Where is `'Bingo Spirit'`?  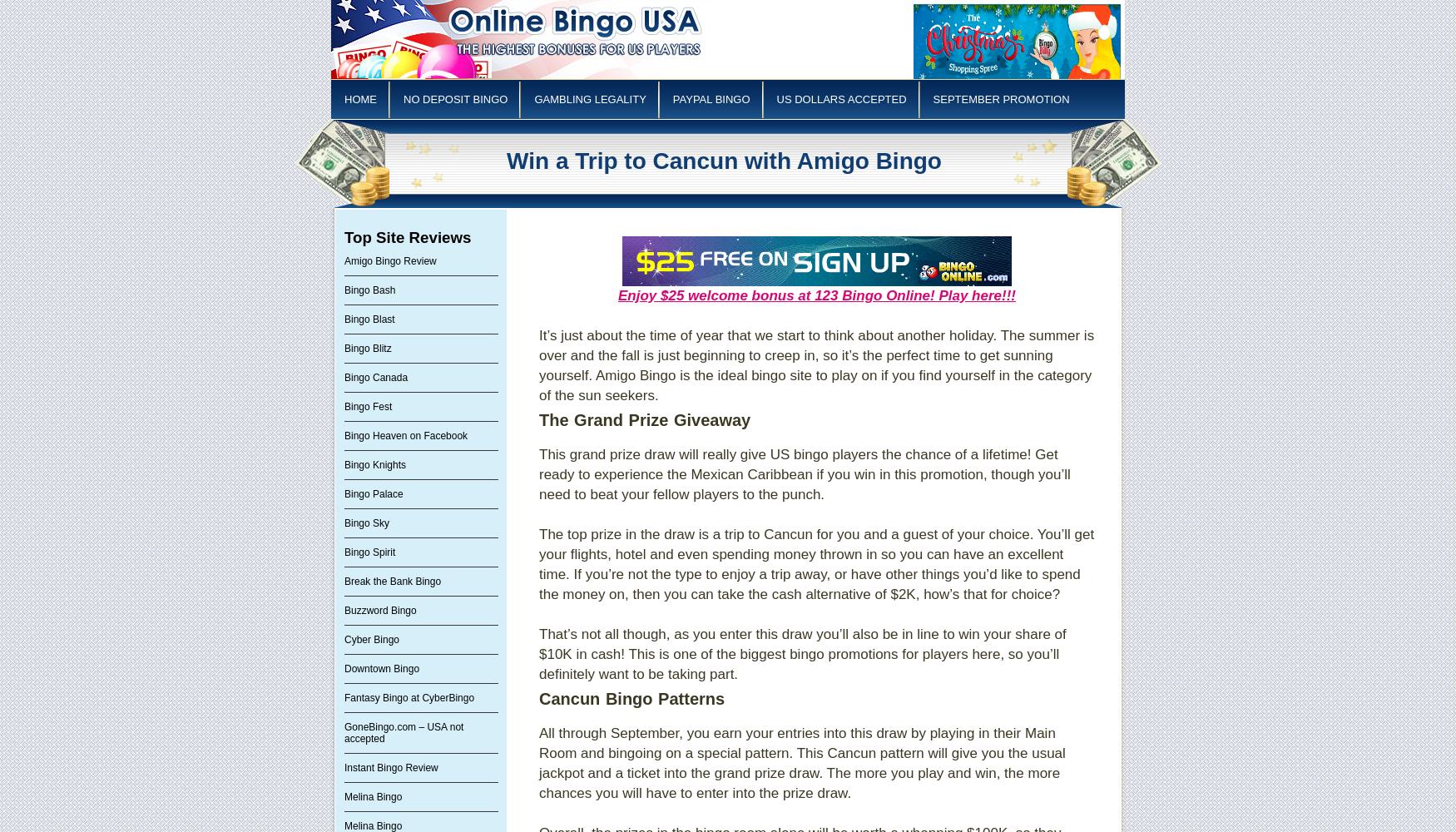 'Bingo Spirit' is located at coordinates (369, 552).